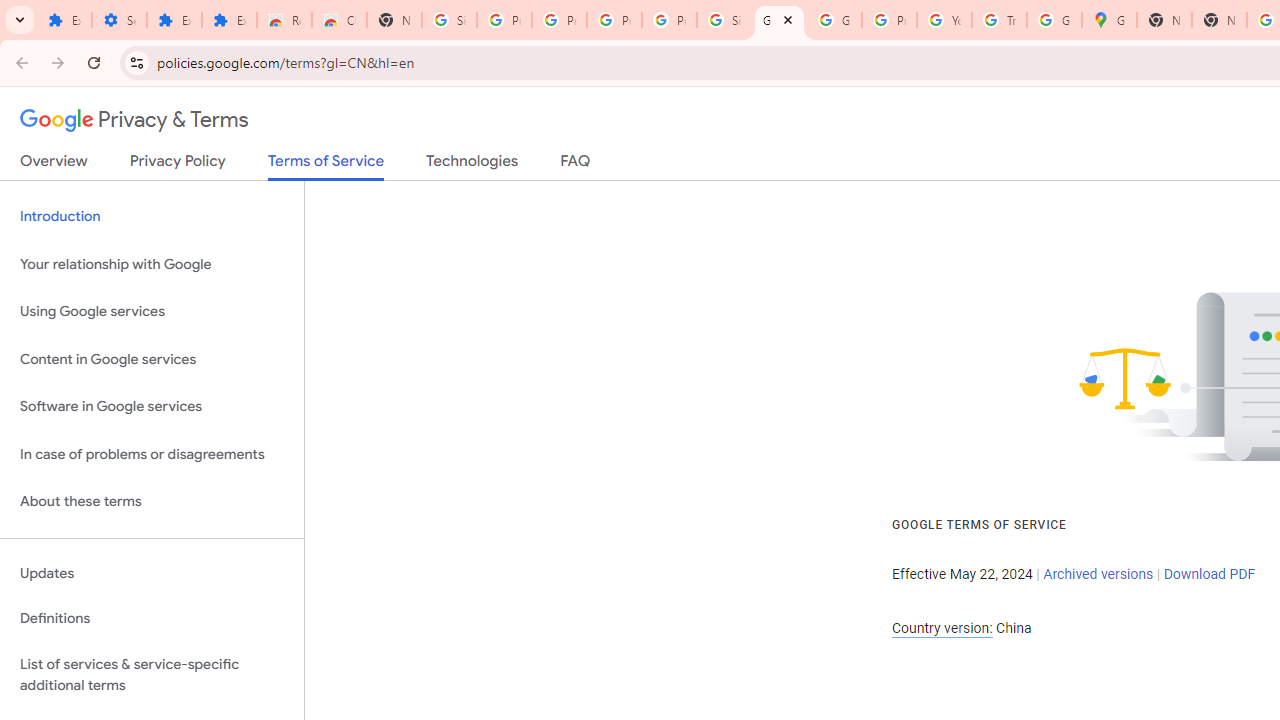 The width and height of the screenshot is (1280, 720). I want to click on 'Introduction', so click(151, 217).